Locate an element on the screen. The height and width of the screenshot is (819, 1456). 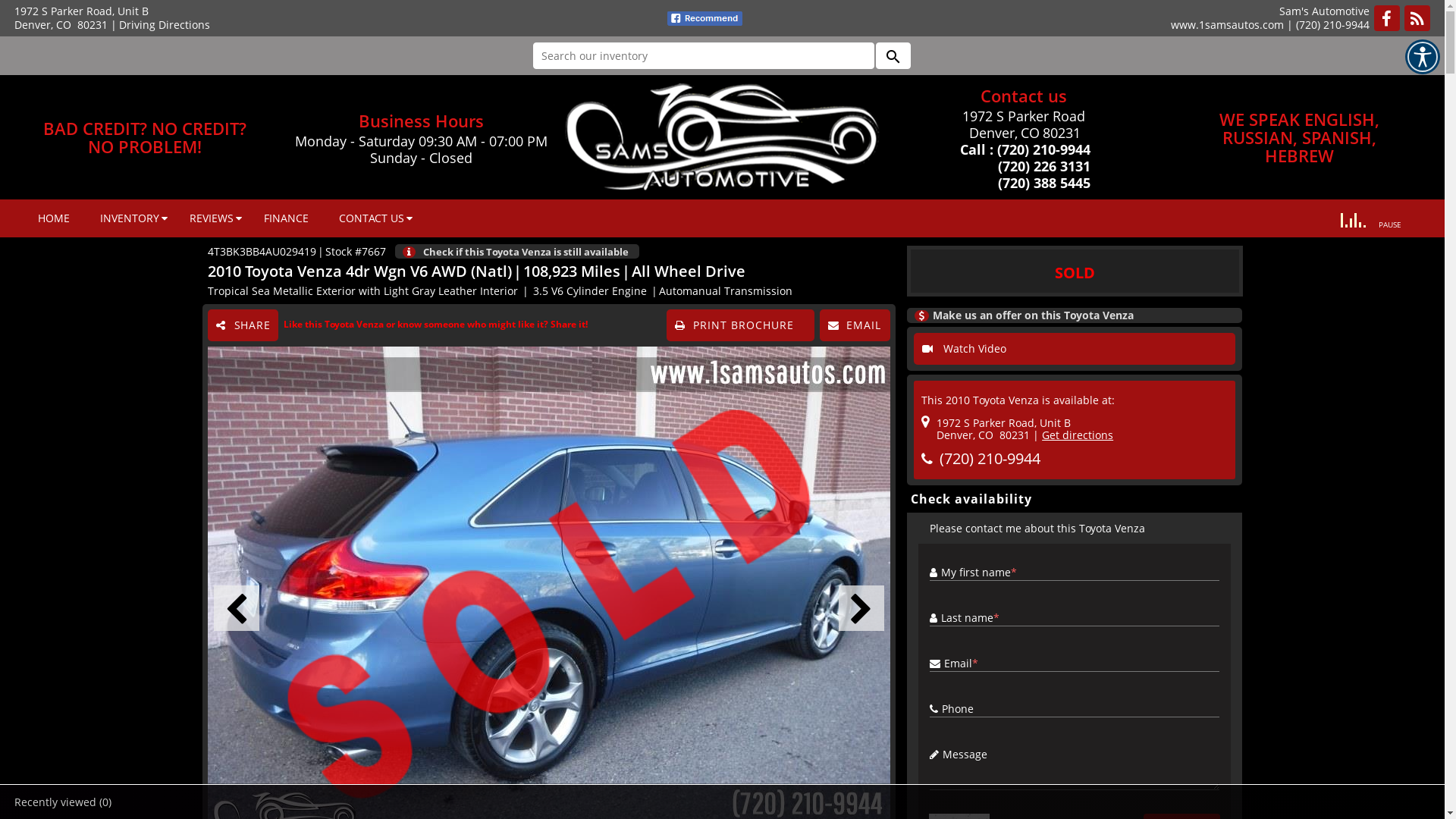
'Sam's Automotive, Denver, CO' is located at coordinates (721, 137).